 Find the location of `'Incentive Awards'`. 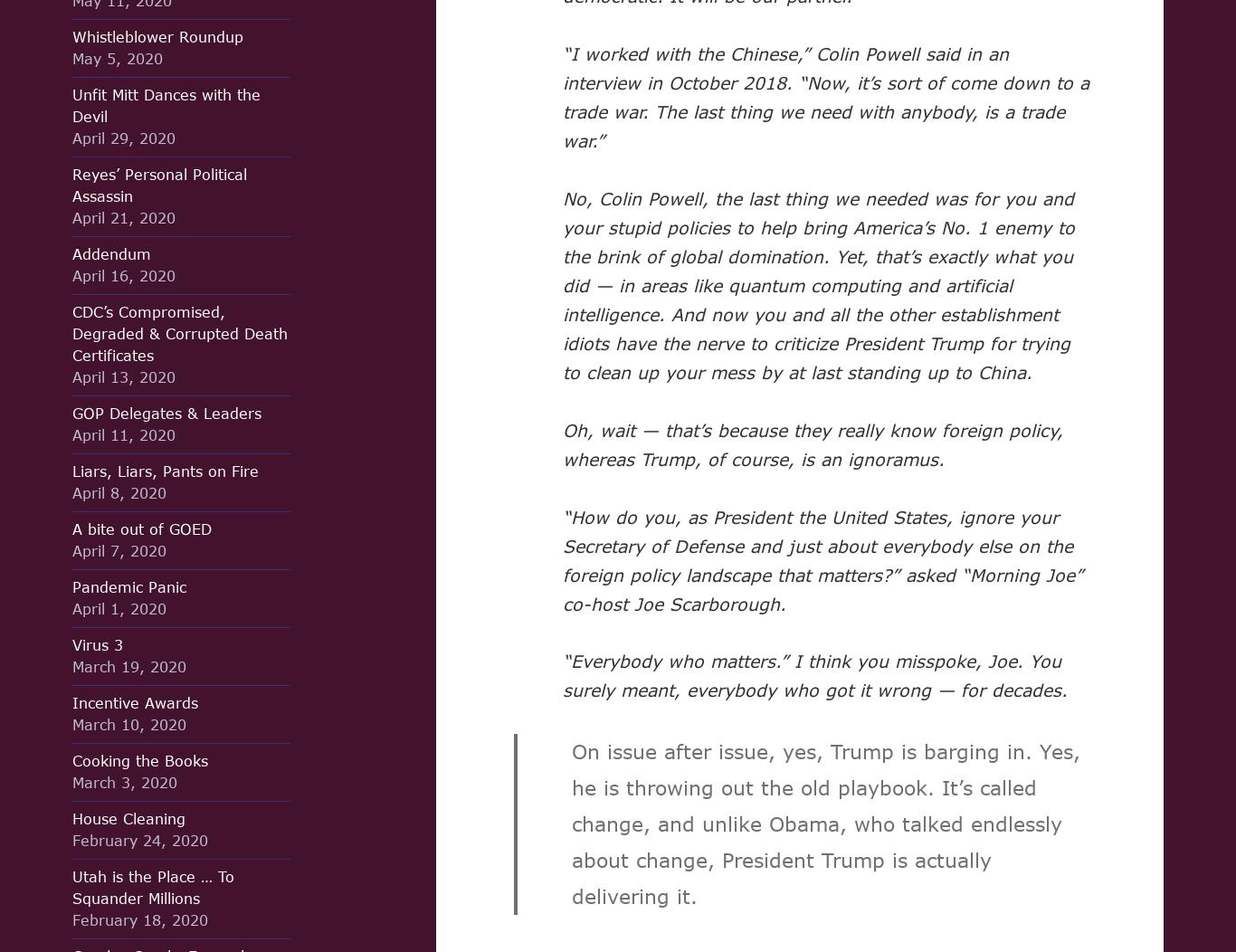

'Incentive Awards' is located at coordinates (134, 701).